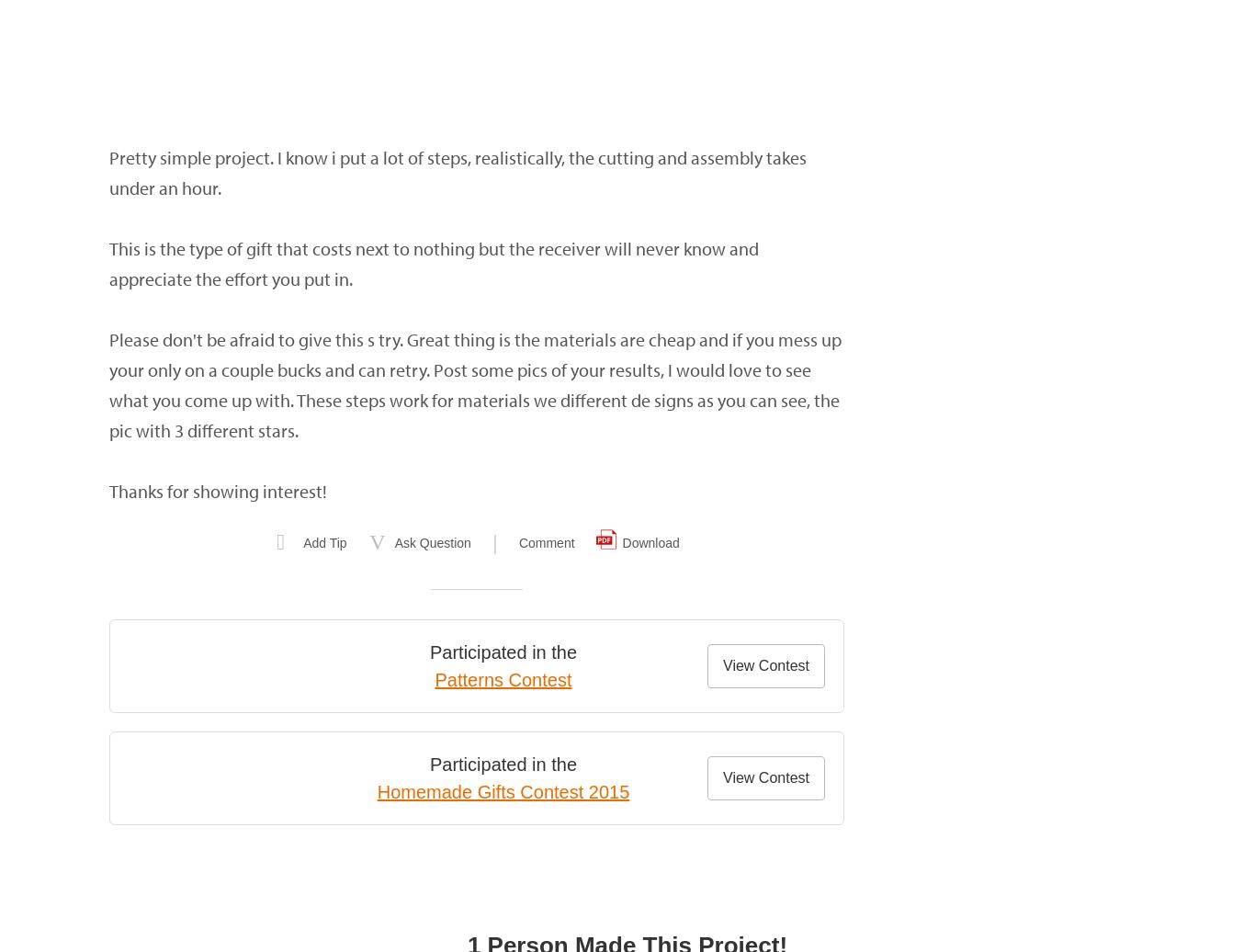 The image size is (1255, 952). Describe the element at coordinates (393, 543) in the screenshot. I see `'Ask Question'` at that location.